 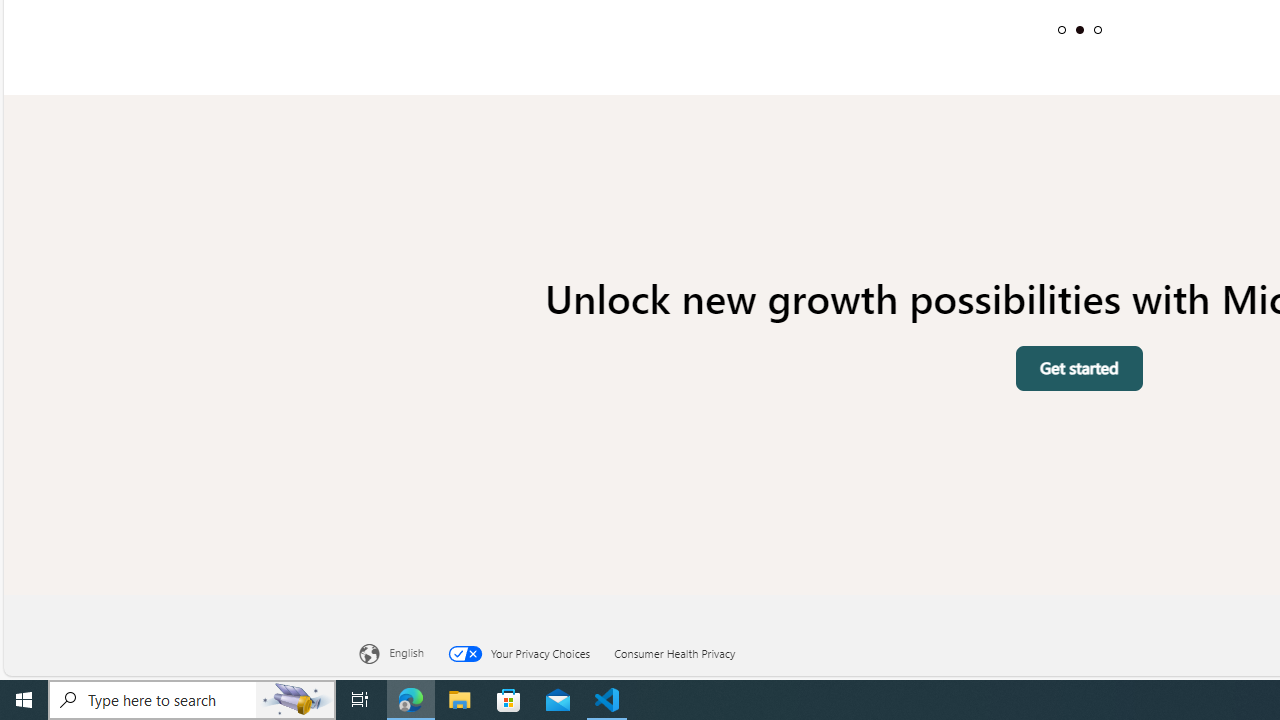 I want to click on 'Slide 1', so click(x=1060, y=29).